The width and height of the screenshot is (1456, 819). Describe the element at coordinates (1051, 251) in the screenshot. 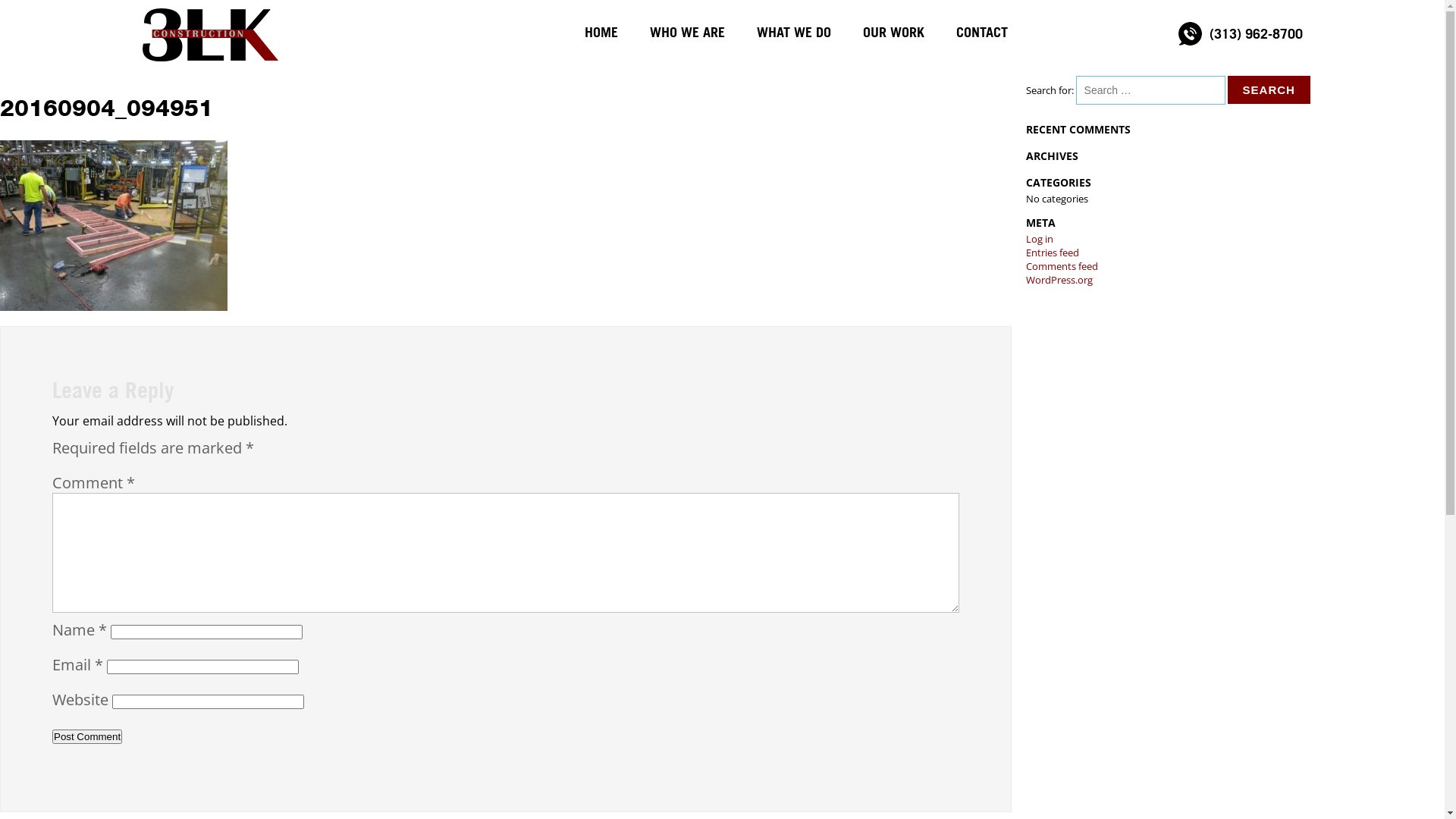

I see `'Entries feed'` at that location.